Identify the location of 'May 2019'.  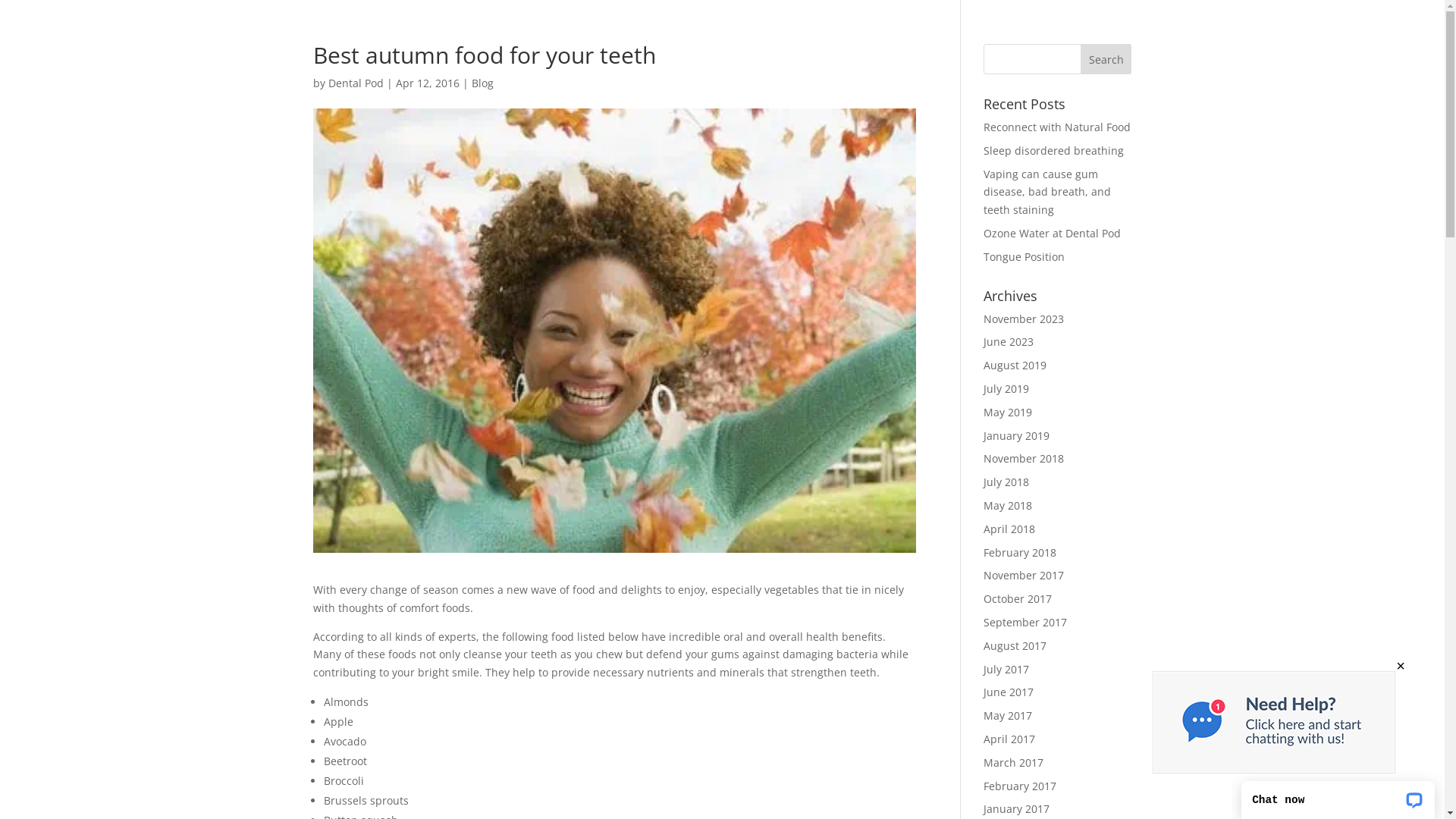
(1008, 412).